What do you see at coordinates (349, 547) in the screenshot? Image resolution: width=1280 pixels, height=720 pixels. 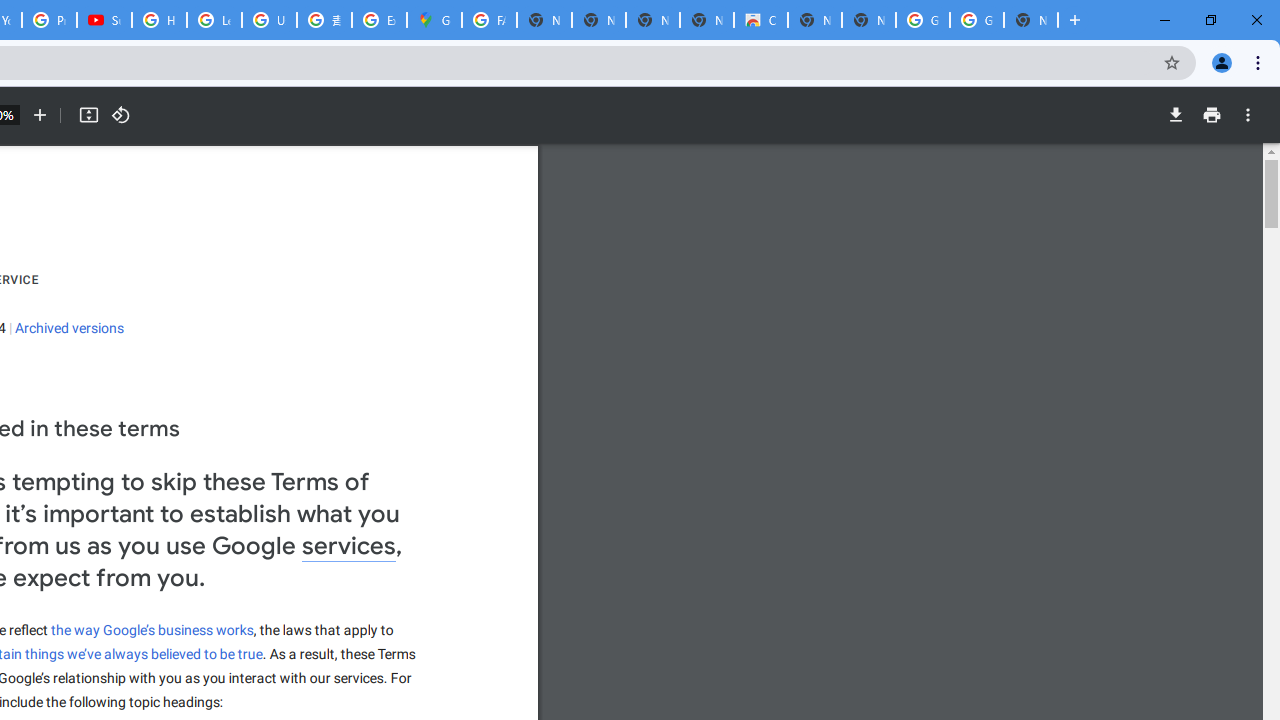 I see `'services'` at bounding box center [349, 547].